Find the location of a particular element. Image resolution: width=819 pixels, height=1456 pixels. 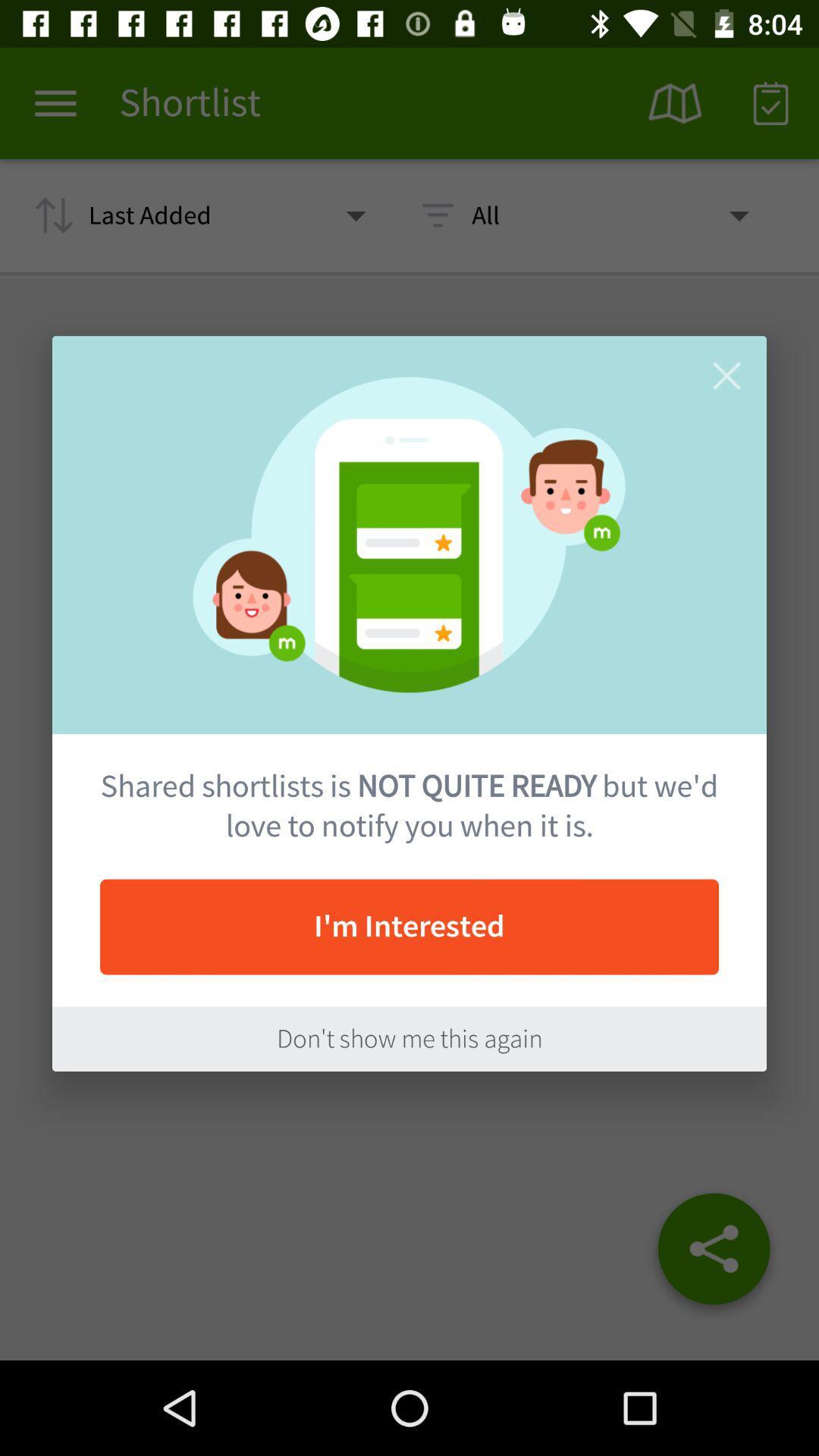

the close bar is located at coordinates (726, 375).